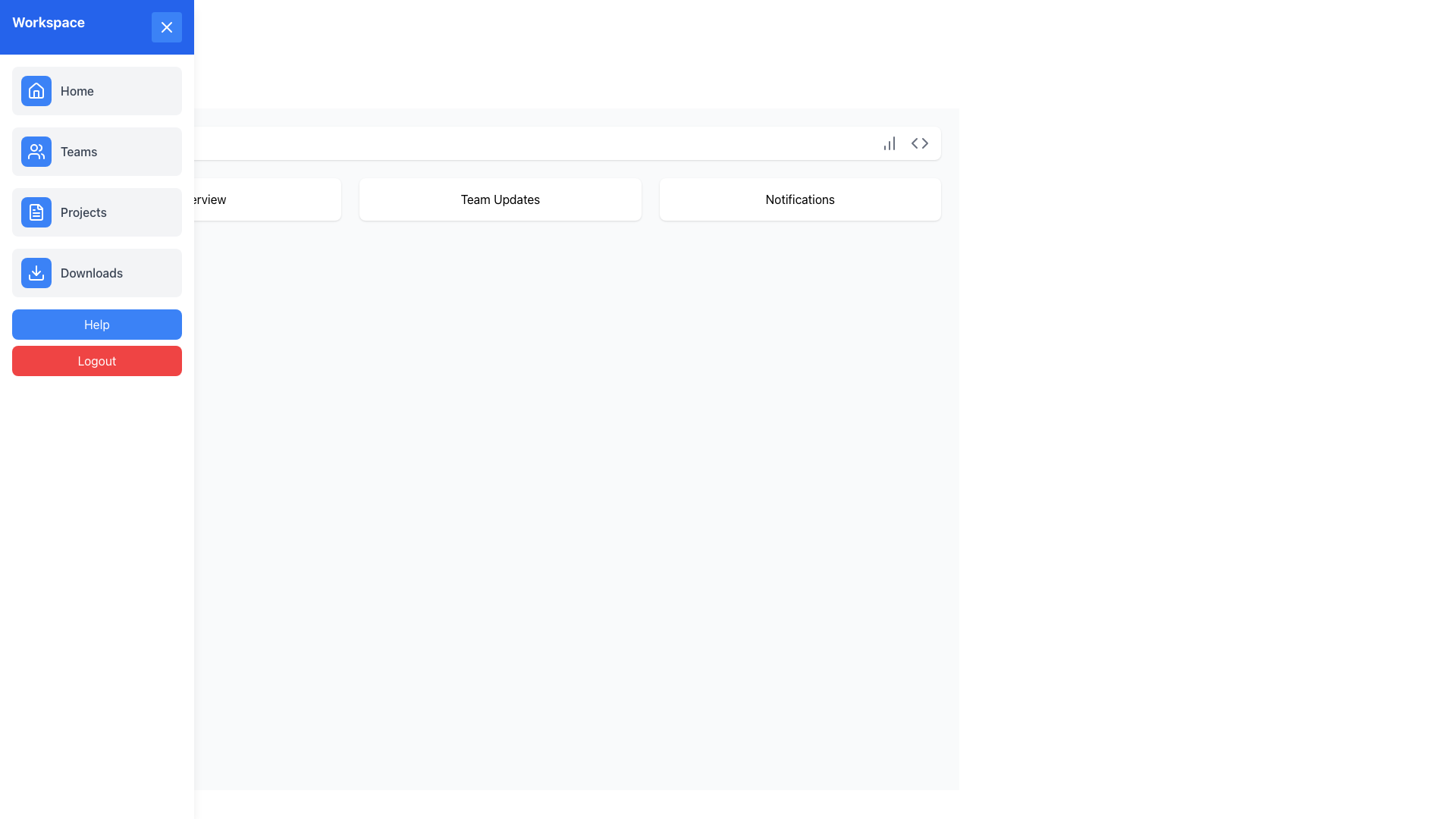  Describe the element at coordinates (96, 212) in the screenshot. I see `the 'Projects' button, which is the third option in the vertical list of navigation items within the sidebar. The button has a gray background that changes to blue on hover, and features an icon resembling a document on the left with the text label 'Projects' on the right` at that location.